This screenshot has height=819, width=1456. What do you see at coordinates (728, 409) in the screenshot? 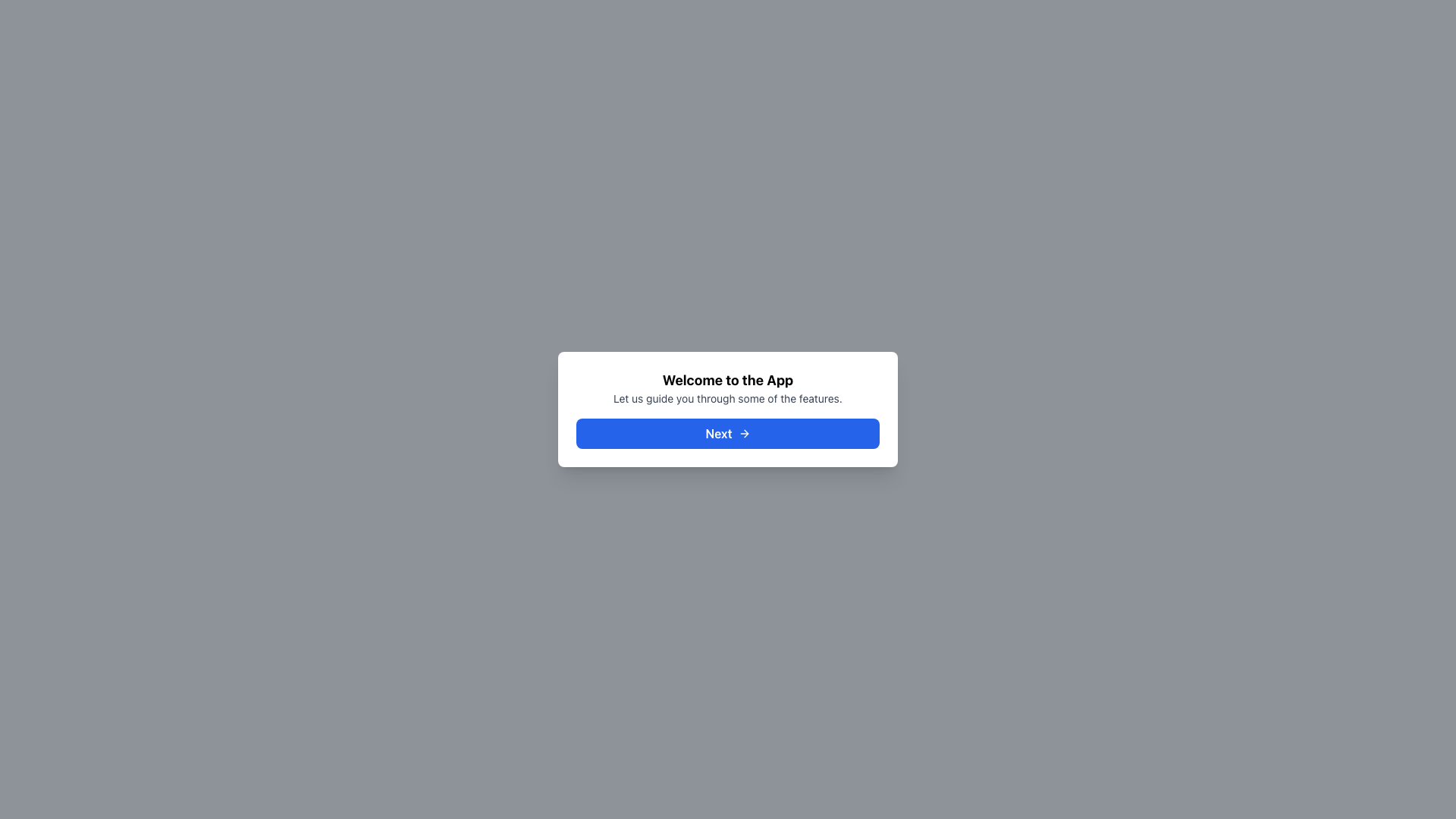
I see `the 'Next' button on the welcome dialog box to proceed to the next step` at bounding box center [728, 409].